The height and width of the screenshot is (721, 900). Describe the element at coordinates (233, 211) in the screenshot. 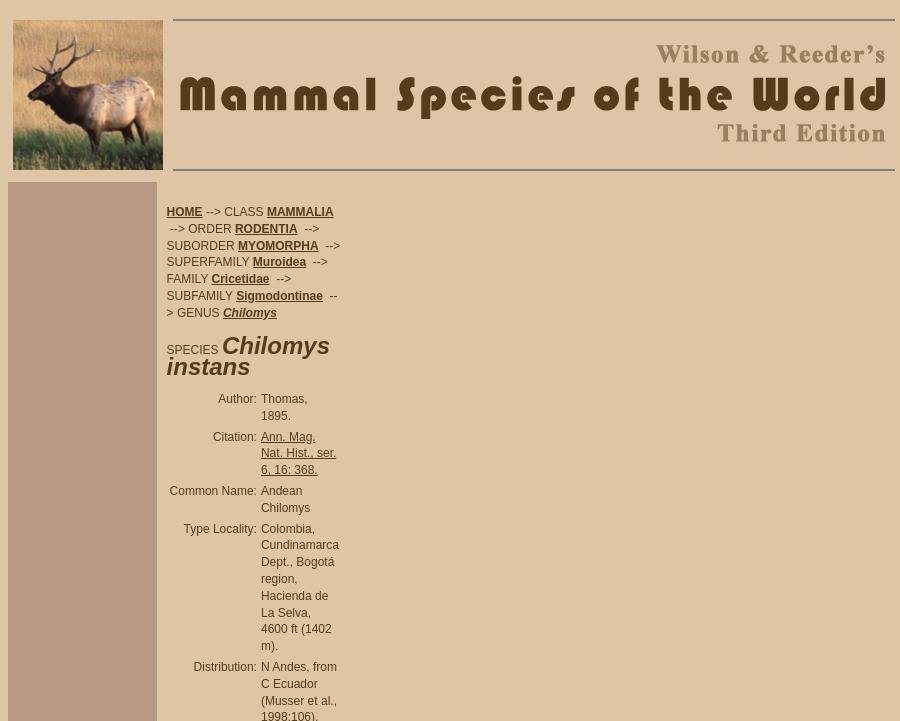

I see `'--> CLASS'` at that location.